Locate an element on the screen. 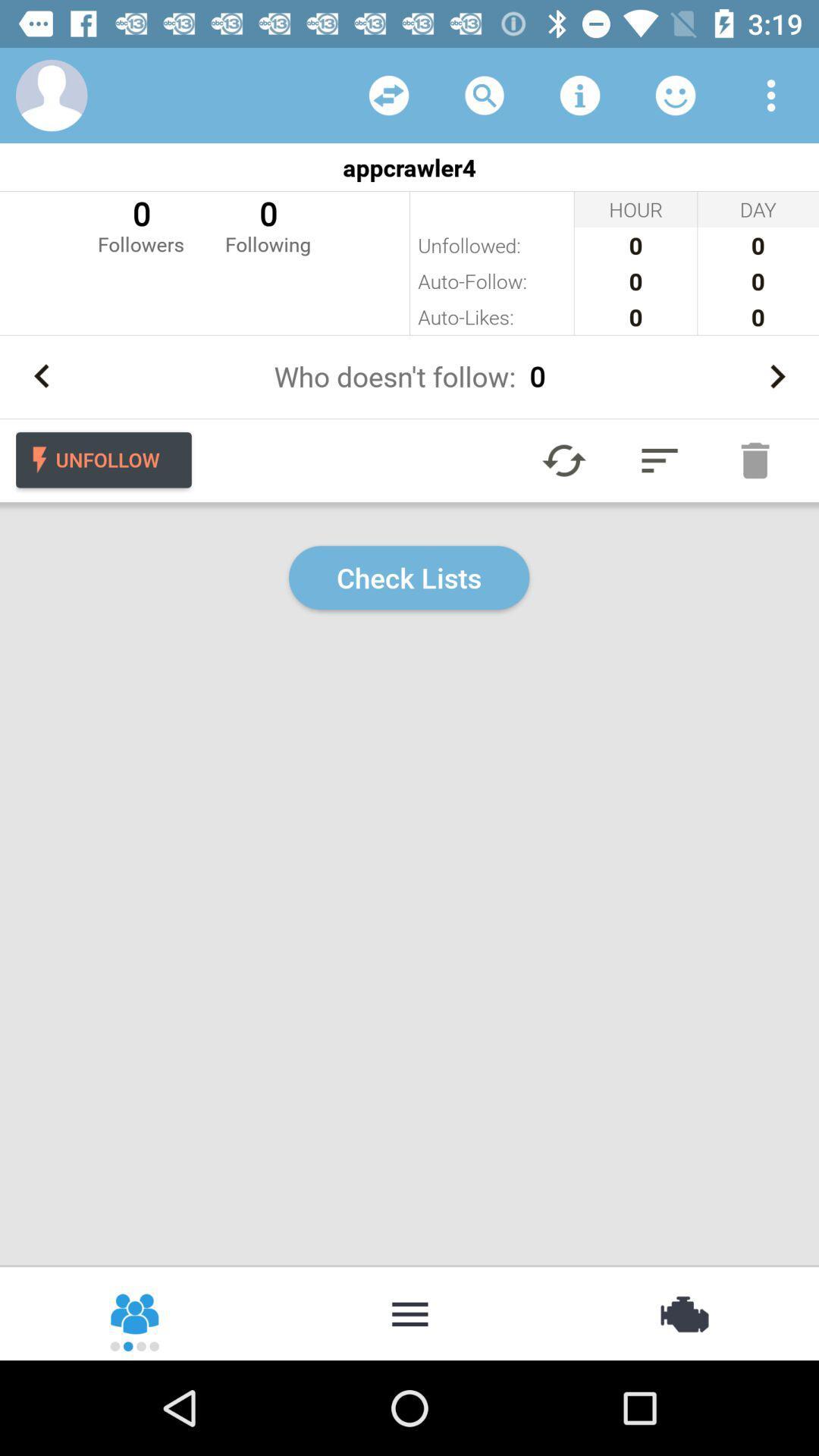 The width and height of the screenshot is (819, 1456). refresh is located at coordinates (564, 460).